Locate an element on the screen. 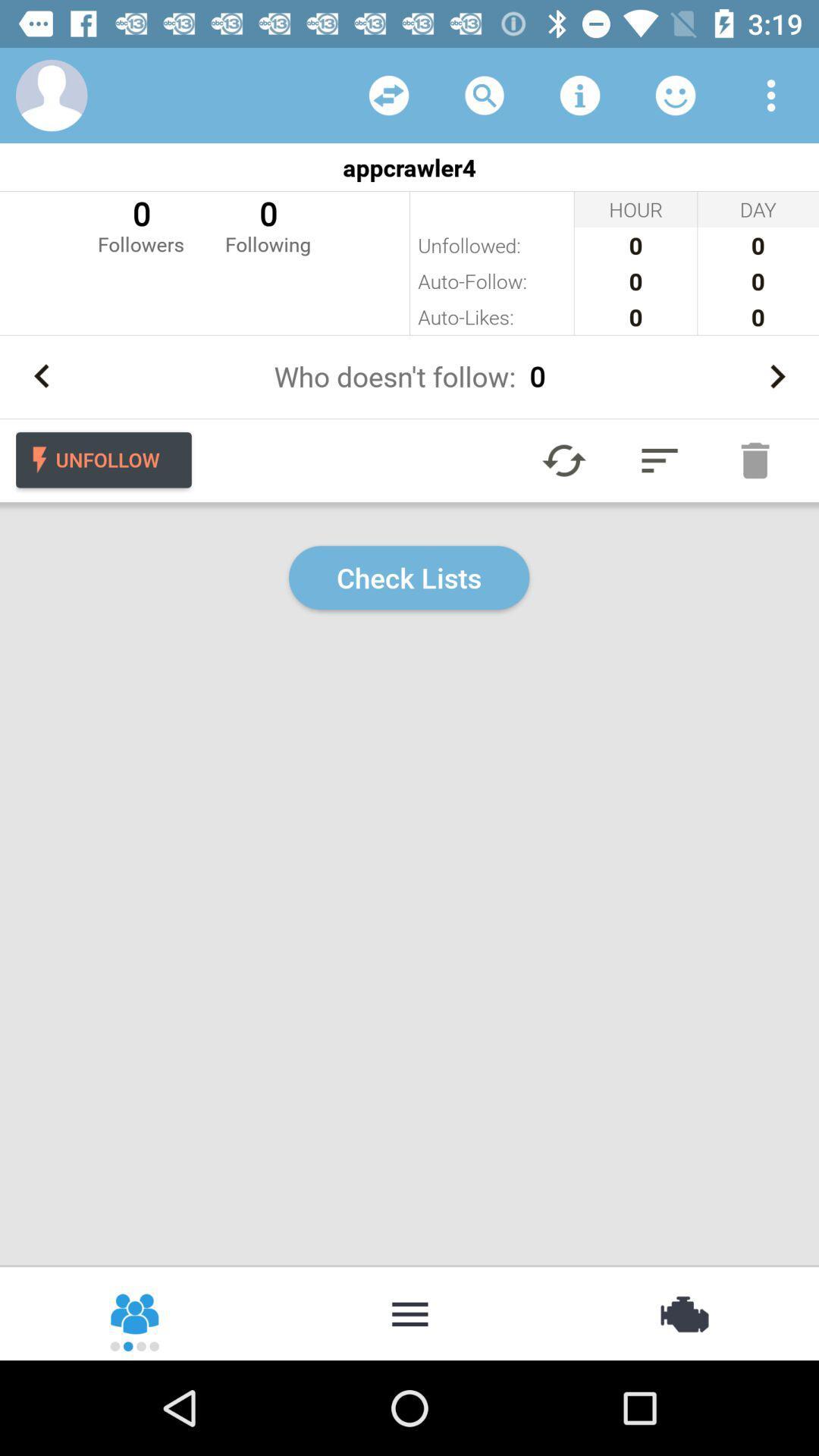 The width and height of the screenshot is (819, 1456). refresh is located at coordinates (564, 460).